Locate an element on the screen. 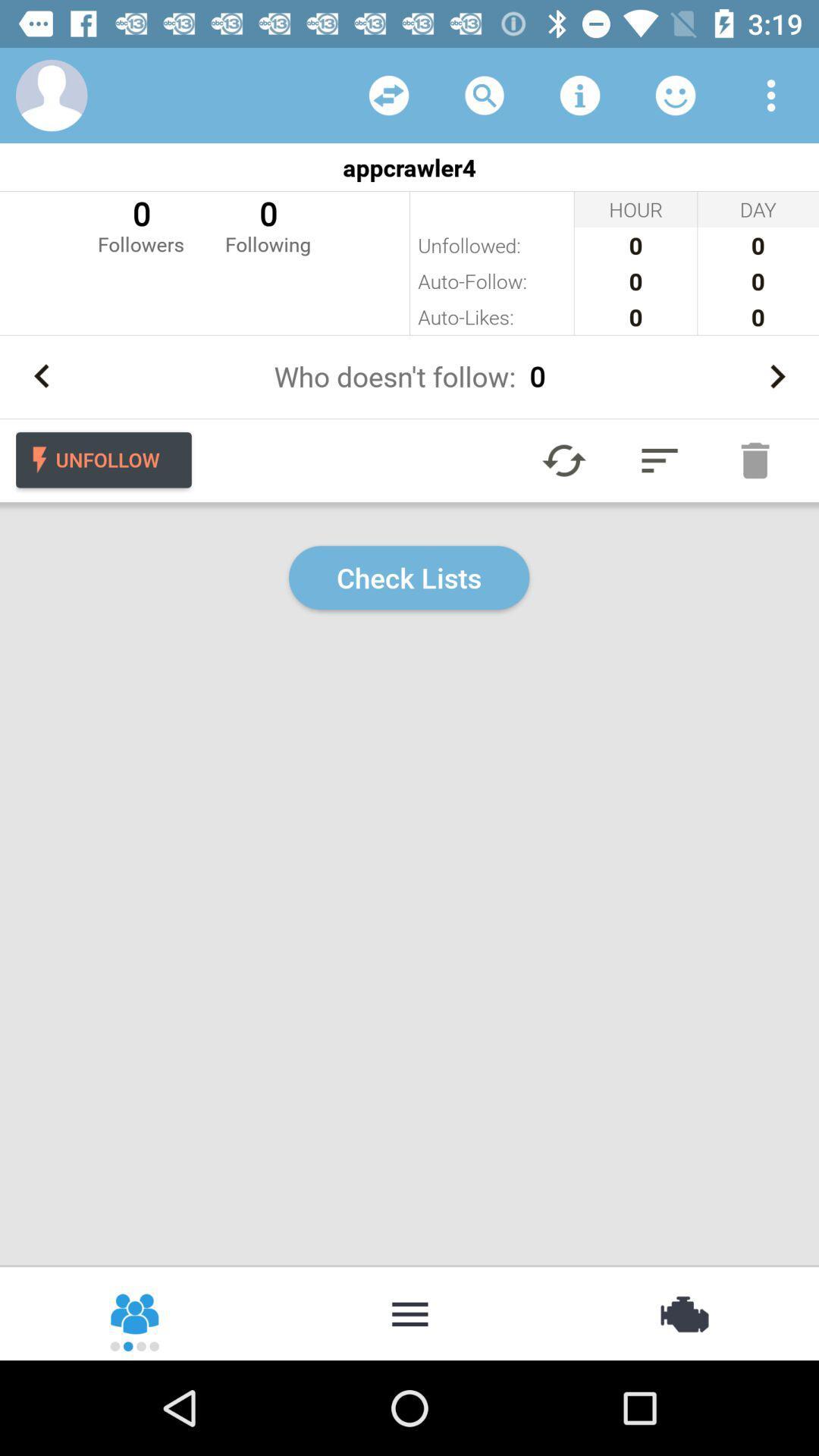 The width and height of the screenshot is (819, 1456). refresh is located at coordinates (564, 460).